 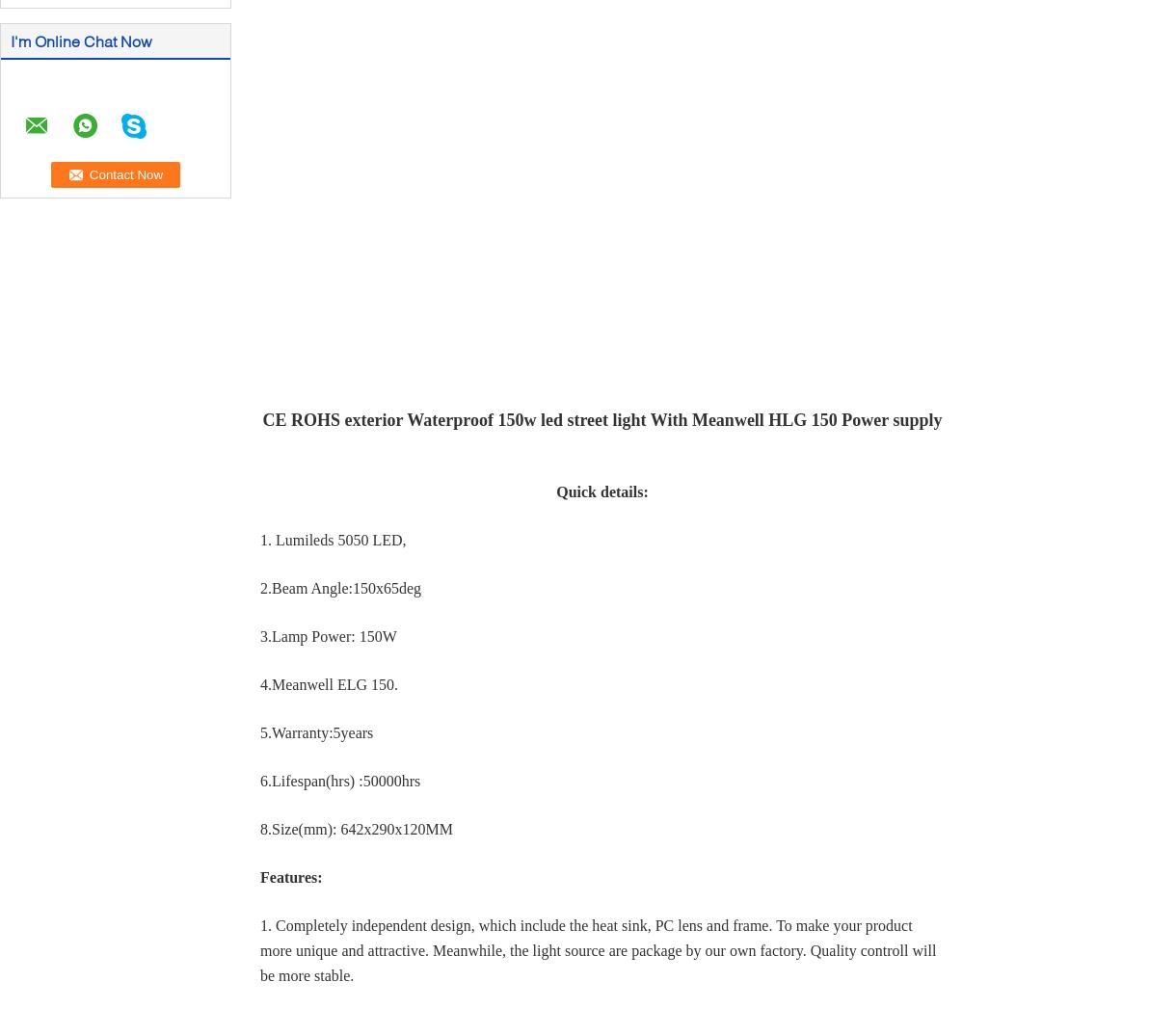 I want to click on 'I'm Online Chat Now', so click(x=80, y=40).